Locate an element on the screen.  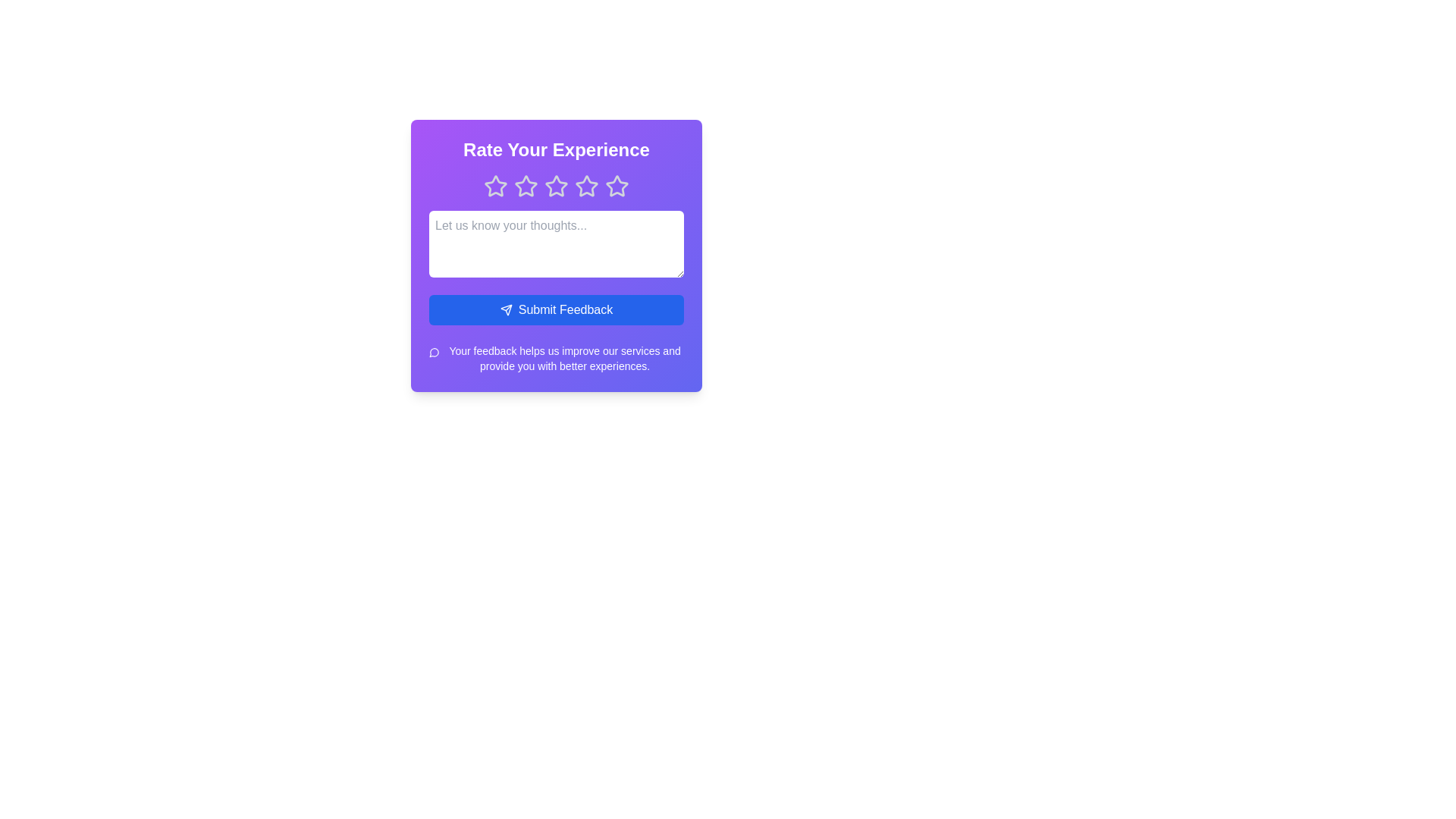
the fourth star is located at coordinates (585, 186).